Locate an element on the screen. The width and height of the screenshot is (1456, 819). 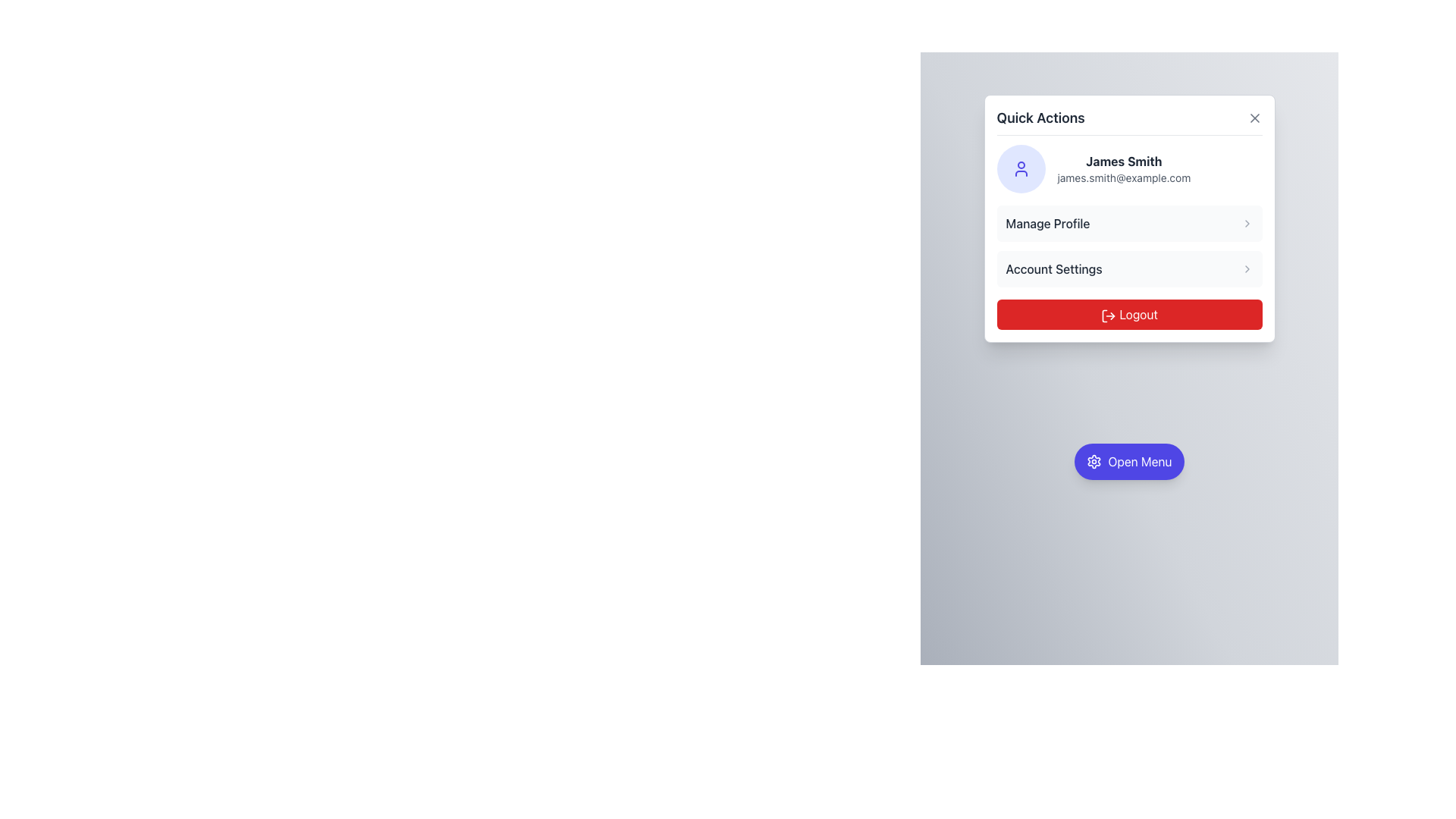
the arrow icon pointing is located at coordinates (1247, 268).